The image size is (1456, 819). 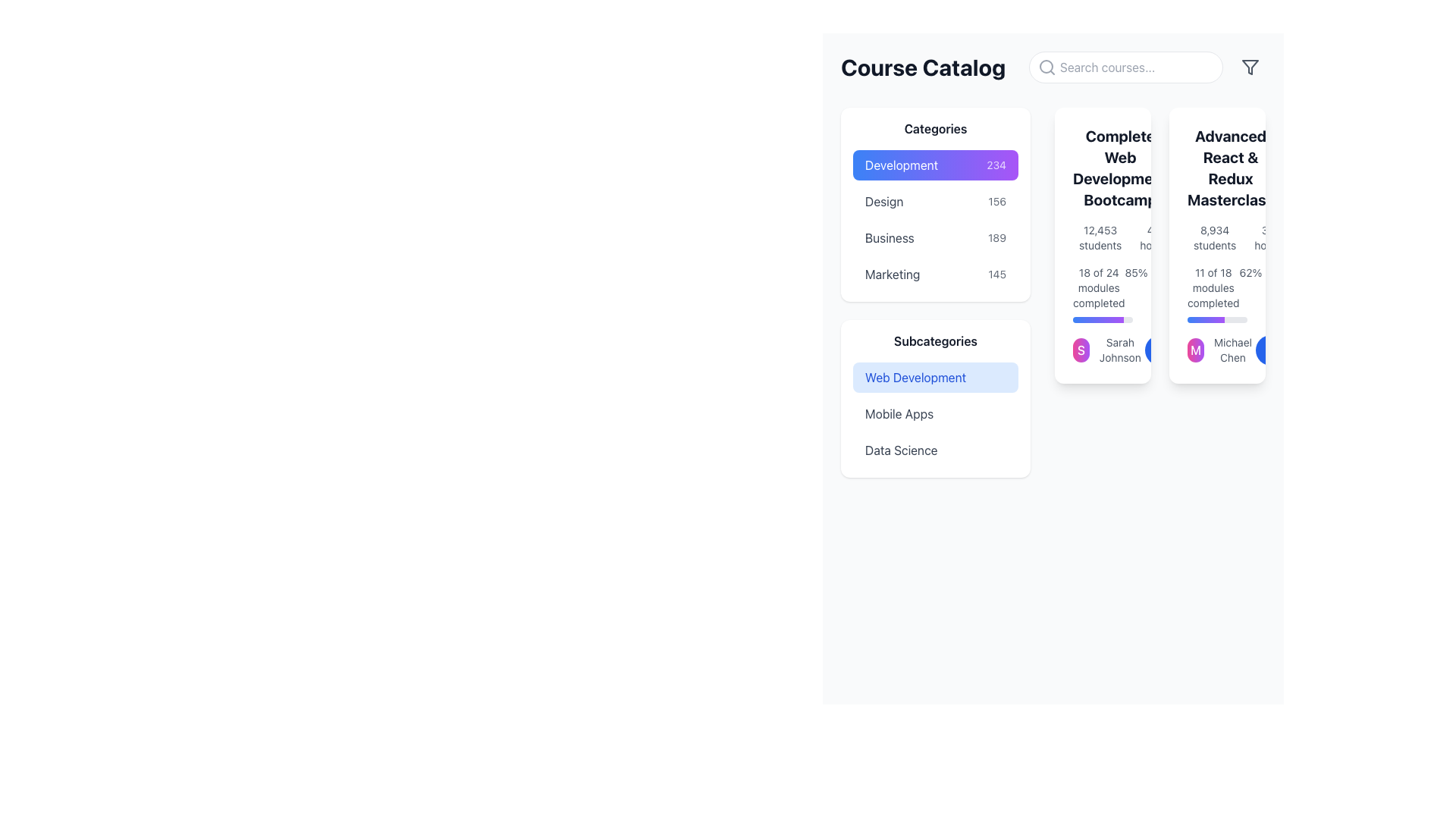 What do you see at coordinates (997, 201) in the screenshot?
I see `the numerical value text associated with the 'Design' category located in the upper region of the 'Categories' section` at bounding box center [997, 201].